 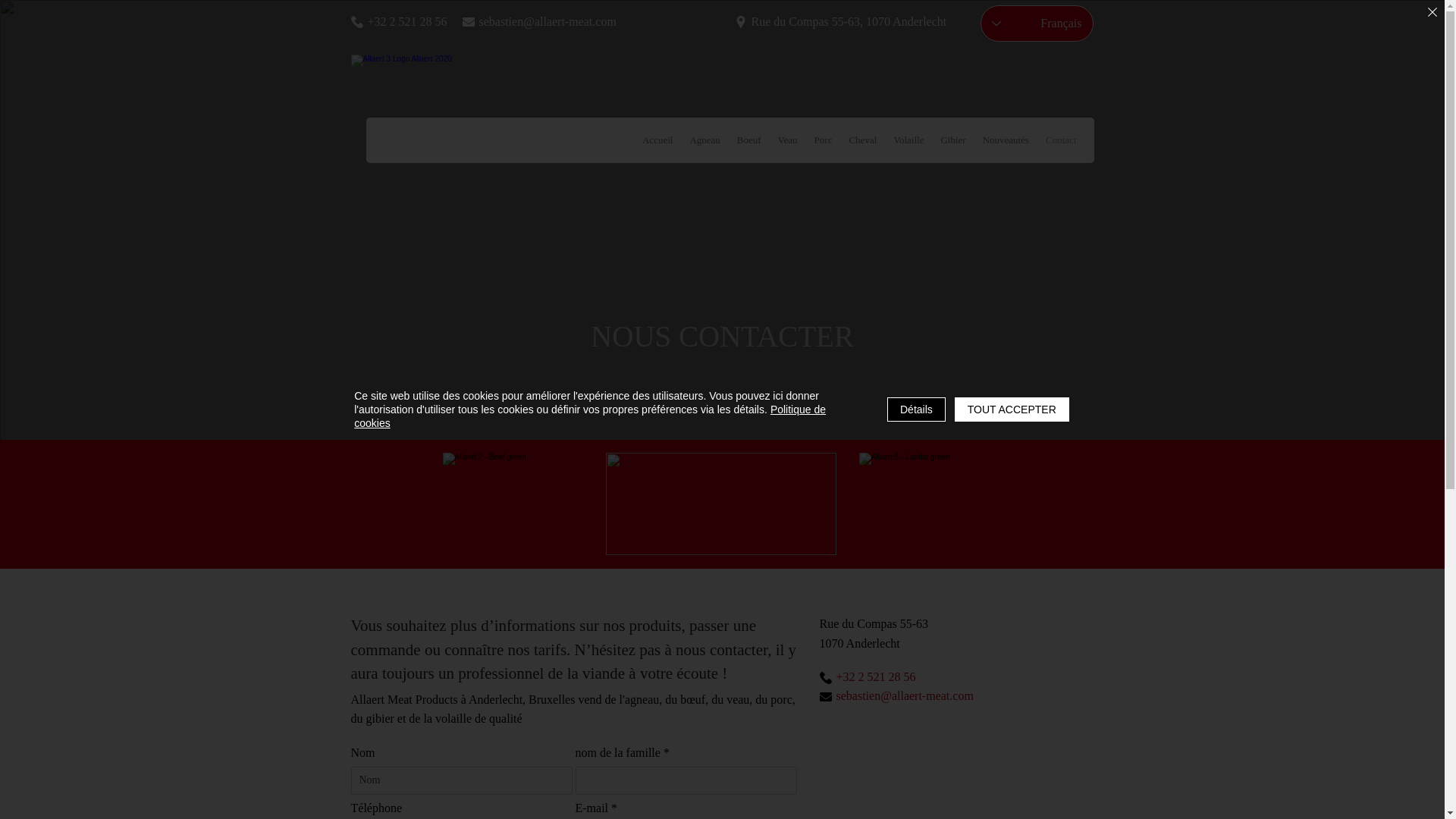 What do you see at coordinates (850, 21) in the screenshot?
I see `'Rue du Compas 55-63, 1070 Anderlecht'` at bounding box center [850, 21].